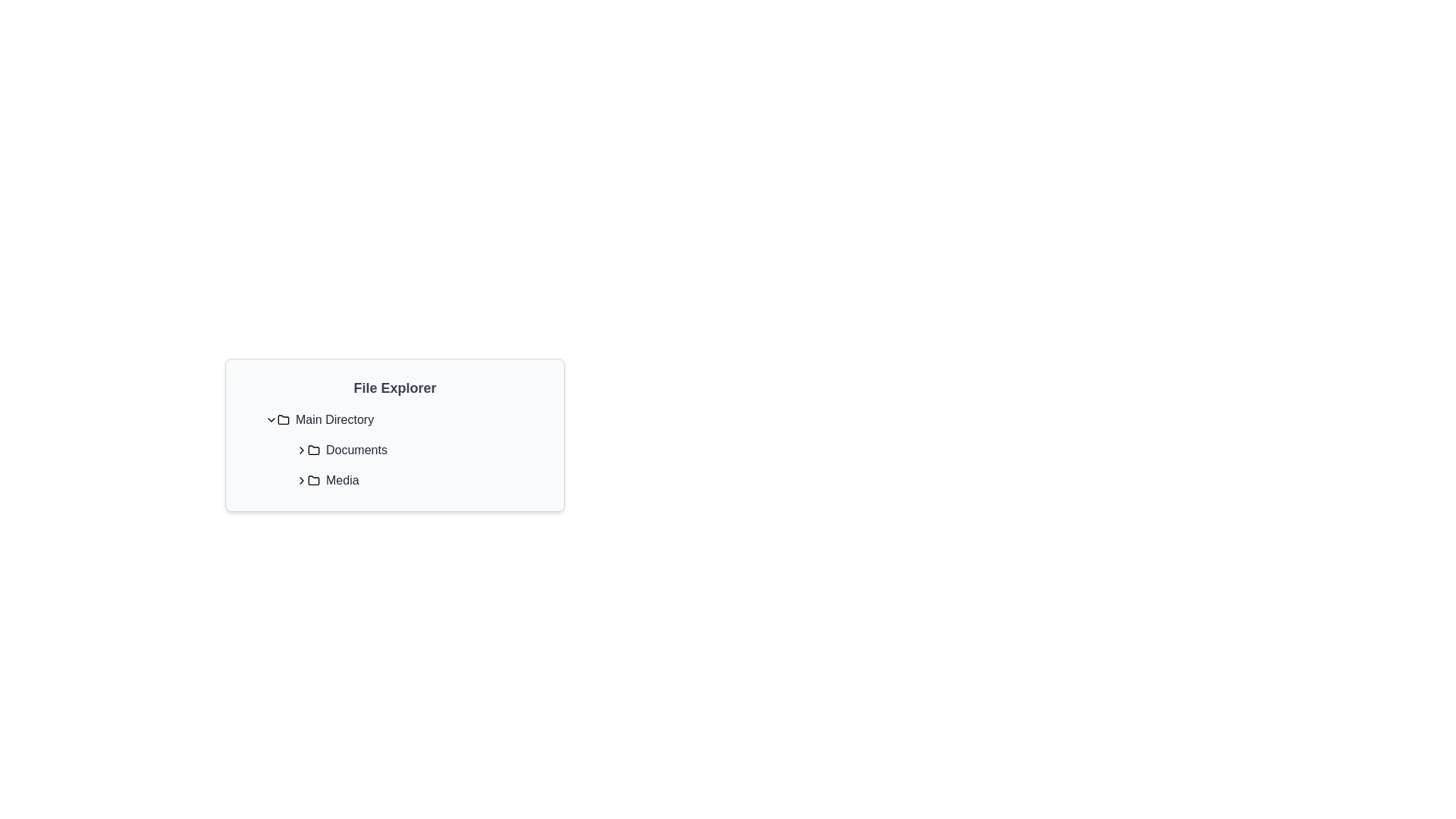 Image resolution: width=1456 pixels, height=819 pixels. Describe the element at coordinates (284, 420) in the screenshot. I see `the folder icon representing the 'Main Directory' in the file explorer interface, located immediately to the right of the chevron icon` at that location.